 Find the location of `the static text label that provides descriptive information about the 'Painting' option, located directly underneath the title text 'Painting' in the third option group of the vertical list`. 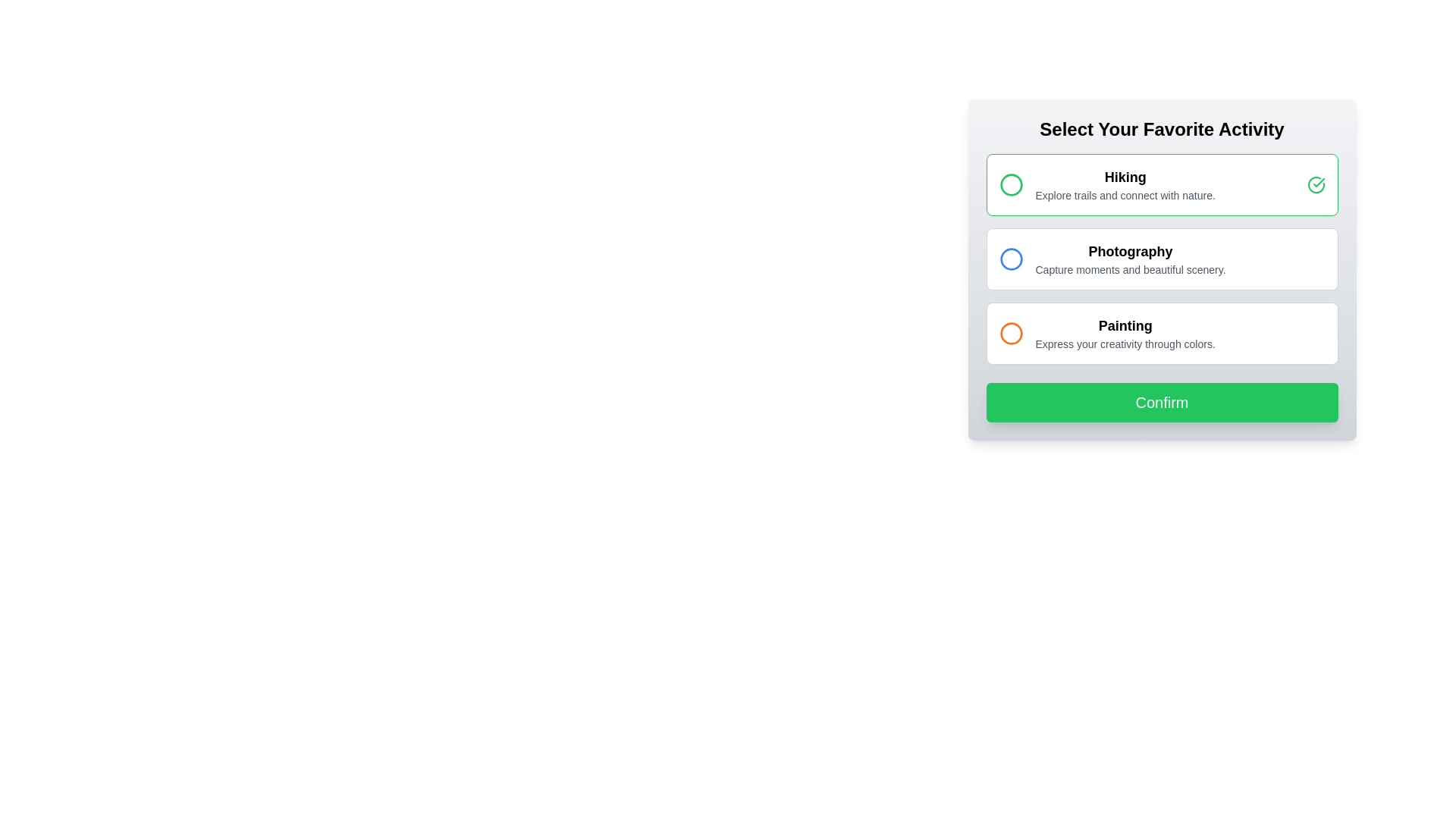

the static text label that provides descriptive information about the 'Painting' option, located directly underneath the title text 'Painting' in the third option group of the vertical list is located at coordinates (1125, 344).